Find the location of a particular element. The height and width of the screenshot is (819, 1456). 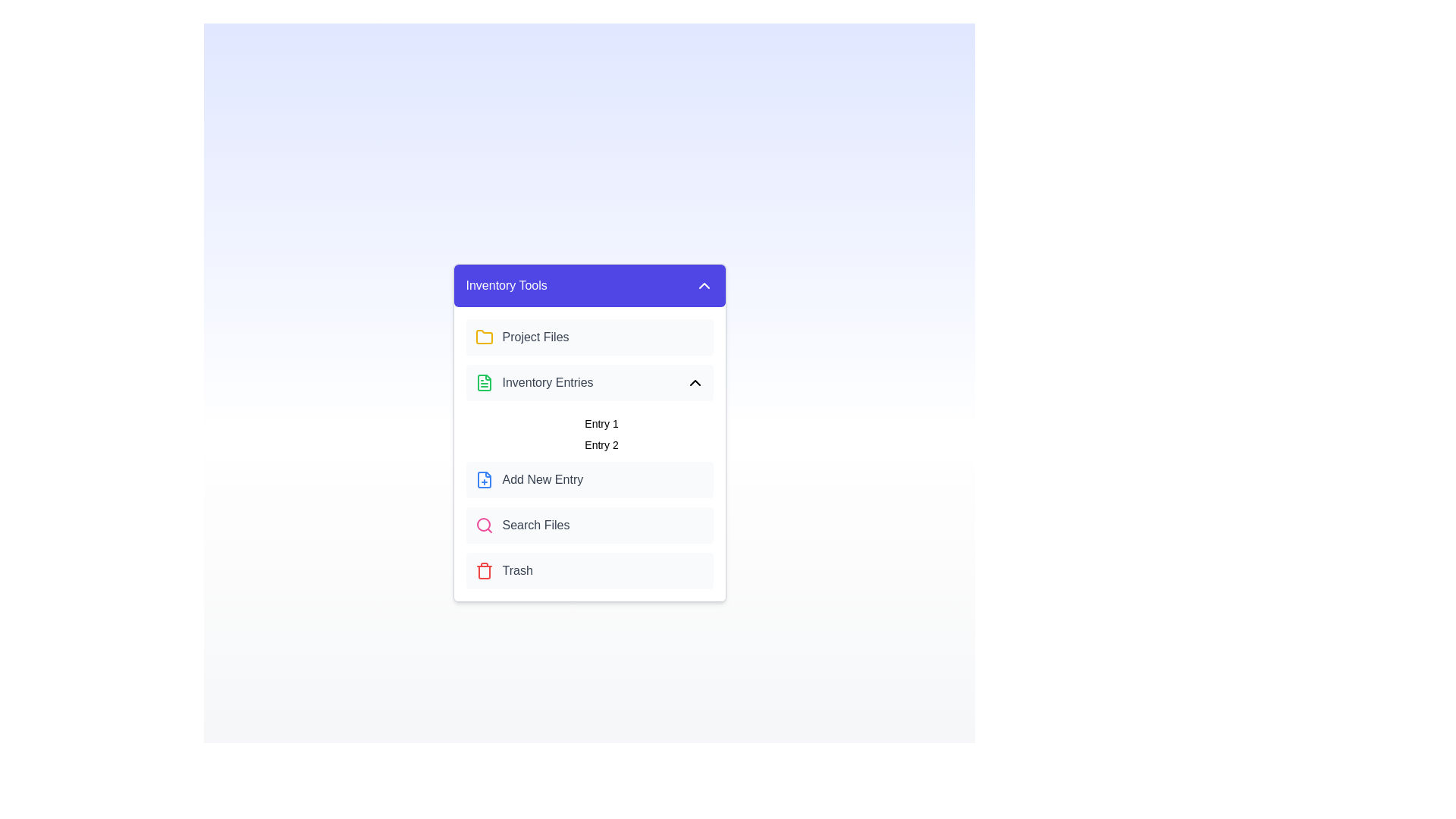

the label representing 'Inventory Entries' is located at coordinates (546, 382).